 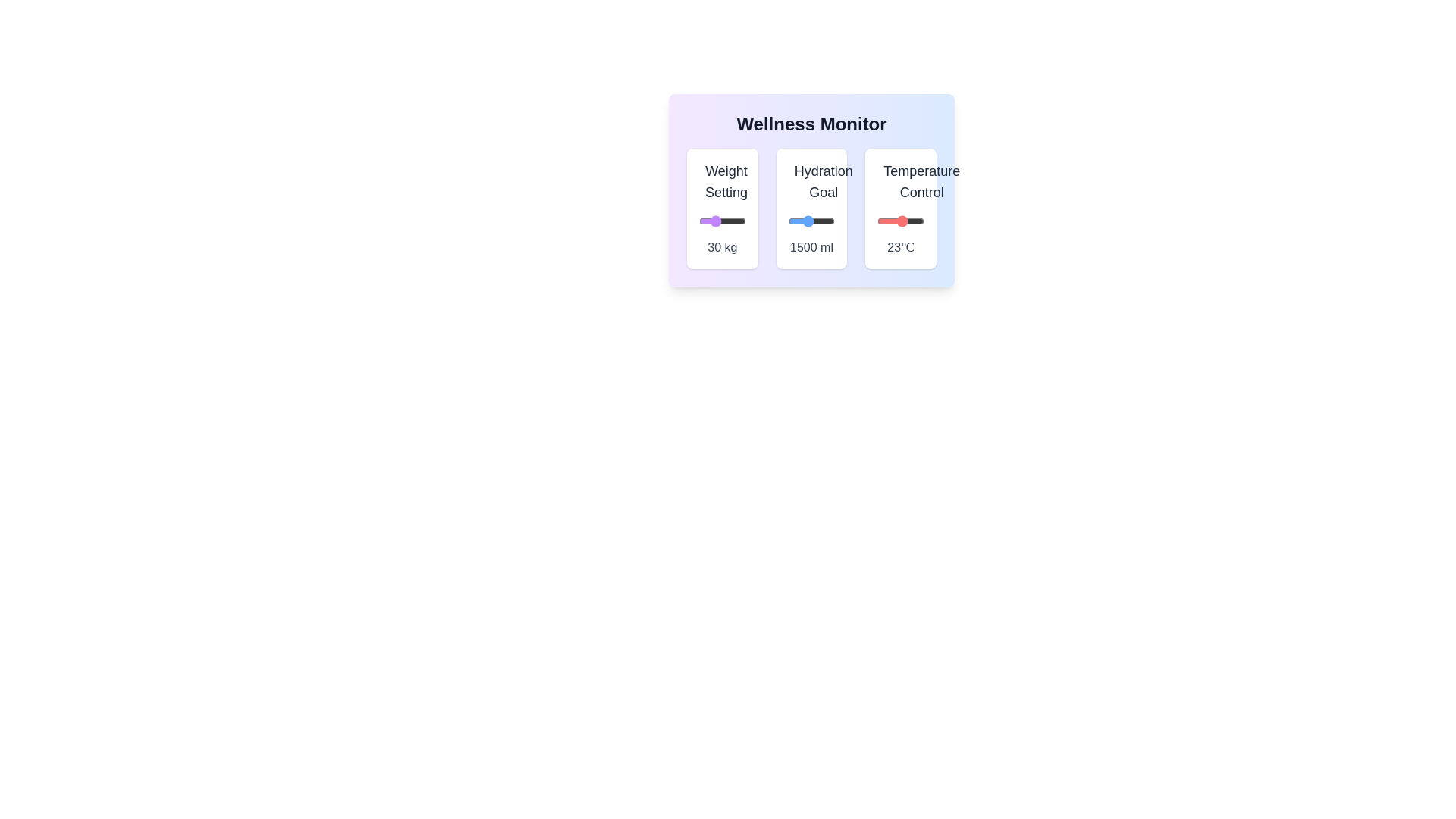 I want to click on the temperature, so click(x=908, y=221).